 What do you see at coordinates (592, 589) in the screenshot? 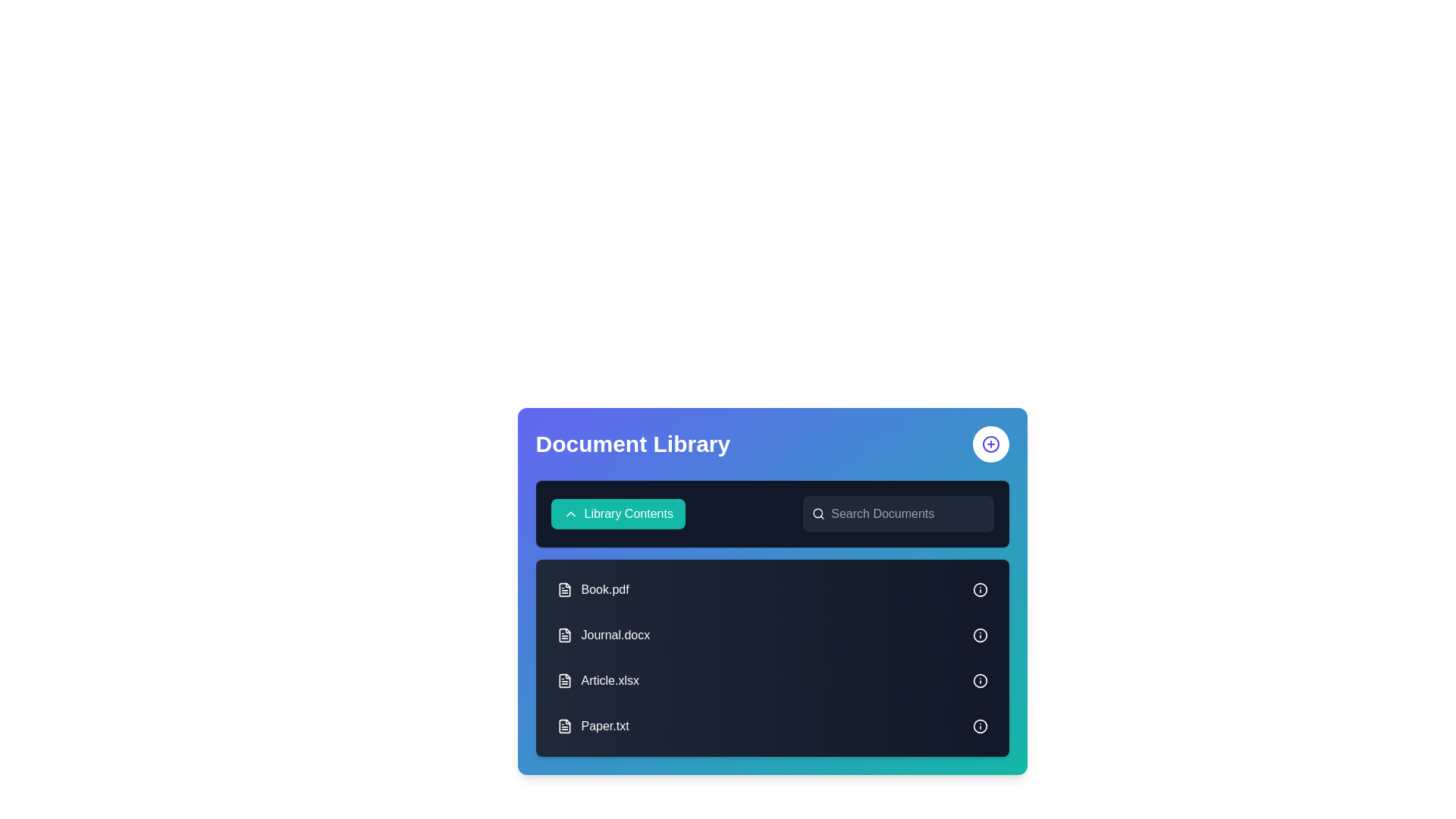
I see `the first file item in the Document Library, which displays a file icon and the text 'Book.pdf'` at bounding box center [592, 589].